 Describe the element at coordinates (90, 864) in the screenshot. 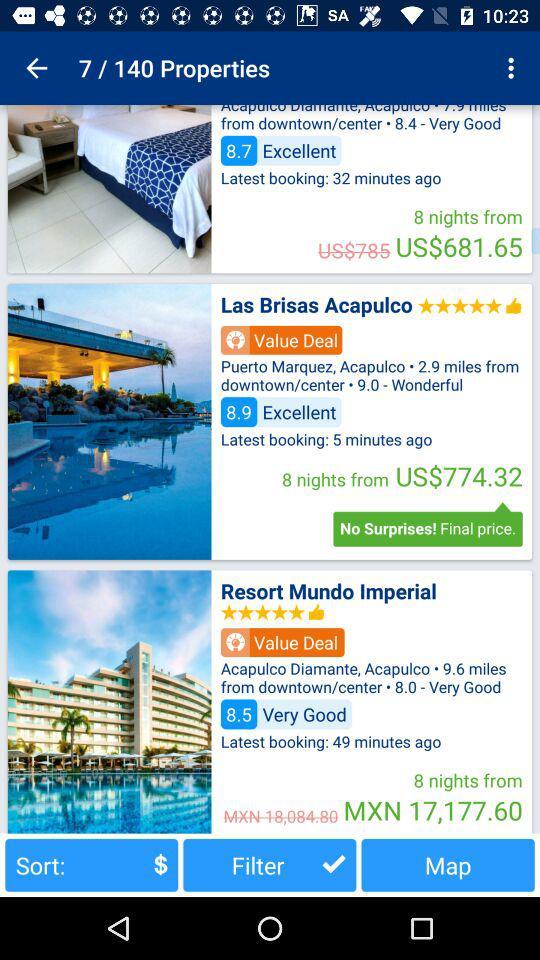

I see `the item to the left of the filter button` at that location.